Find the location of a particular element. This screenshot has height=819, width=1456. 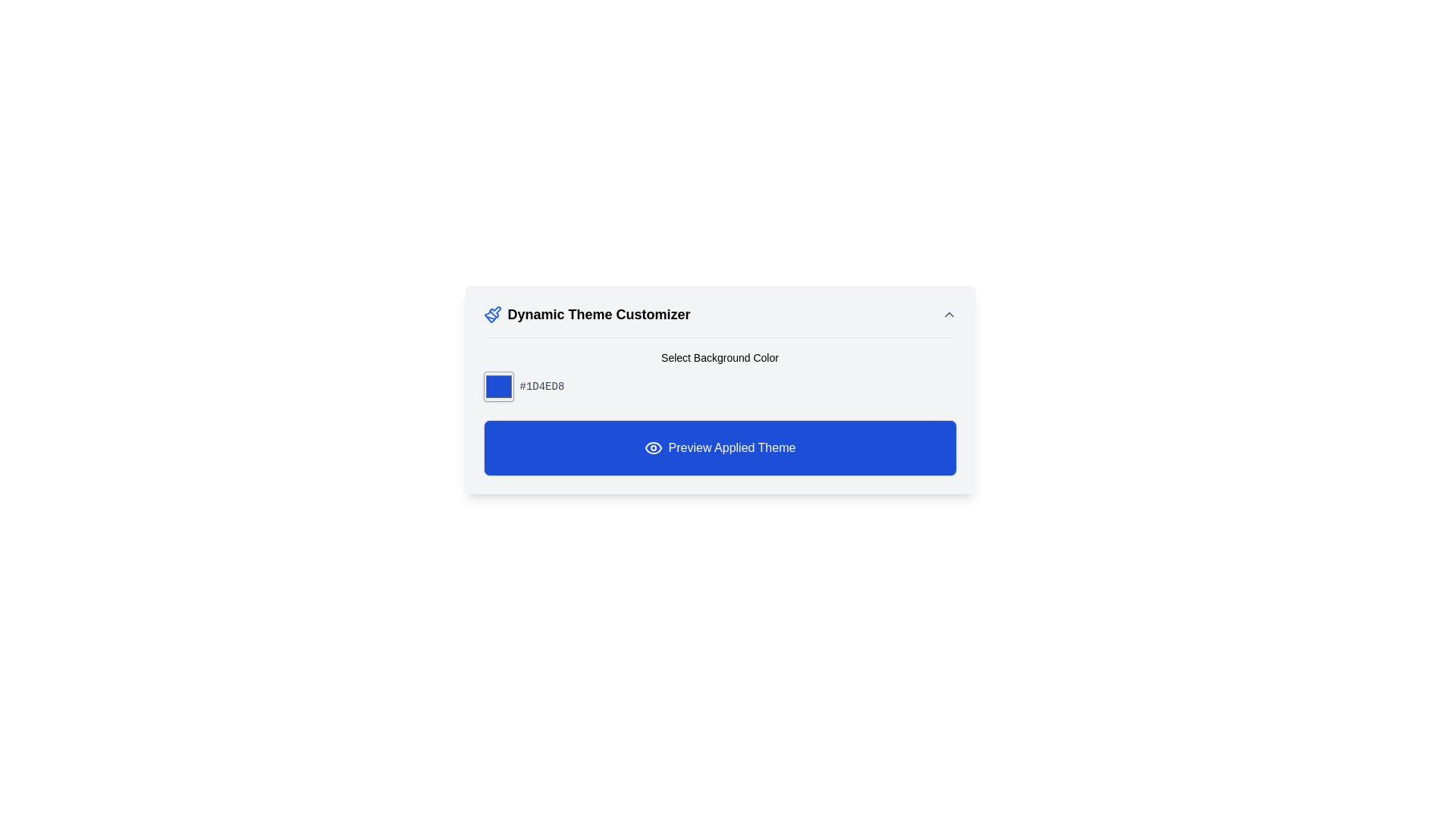

the thematic icon representing the customization functionality of the card labeled 'Dynamic Theme Customizer', located at the top-left corner of the card is located at coordinates (492, 314).